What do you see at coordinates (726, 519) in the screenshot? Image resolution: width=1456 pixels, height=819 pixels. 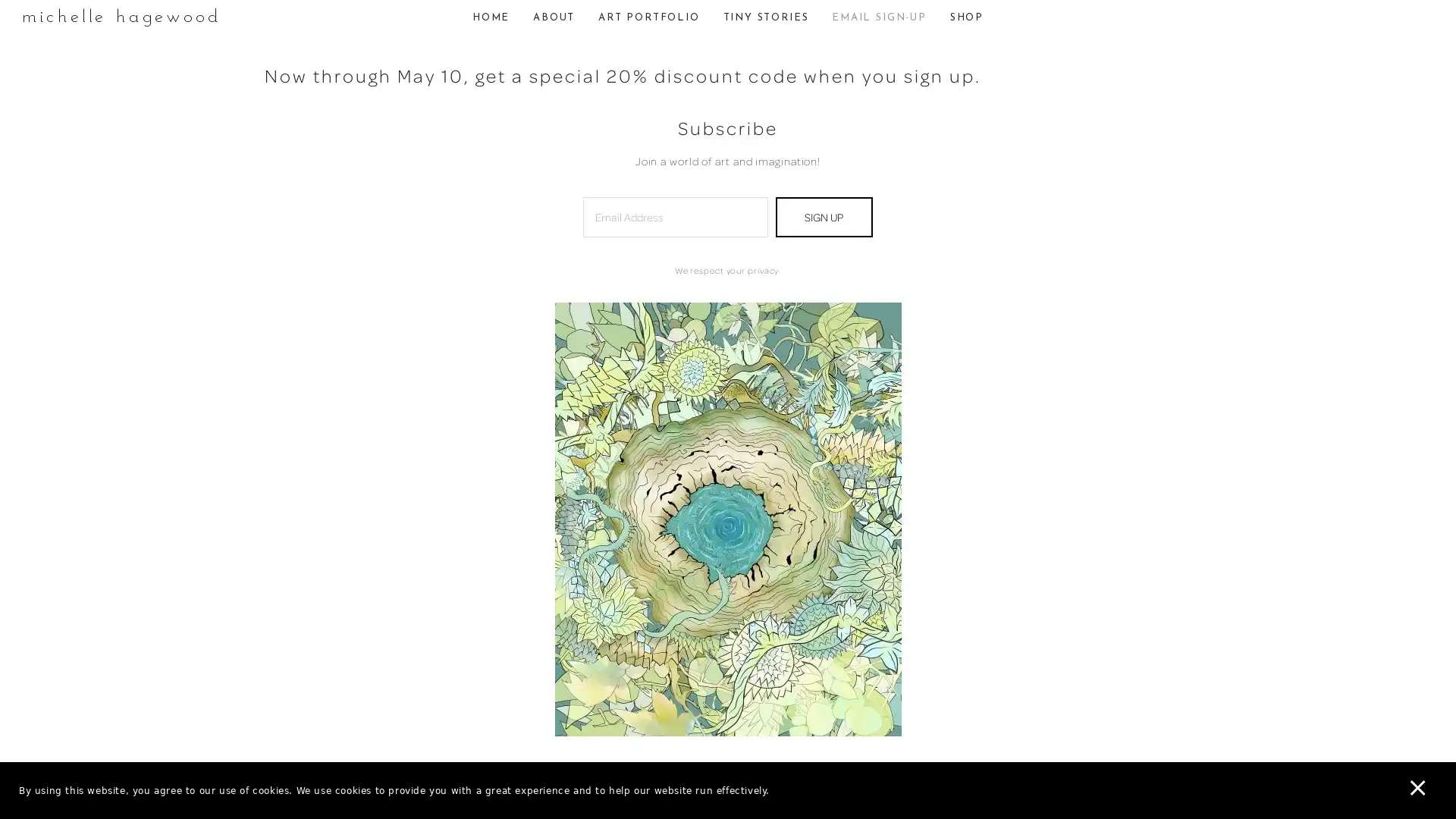 I see `View fullsize Hollowthumbnail.jpg` at bounding box center [726, 519].